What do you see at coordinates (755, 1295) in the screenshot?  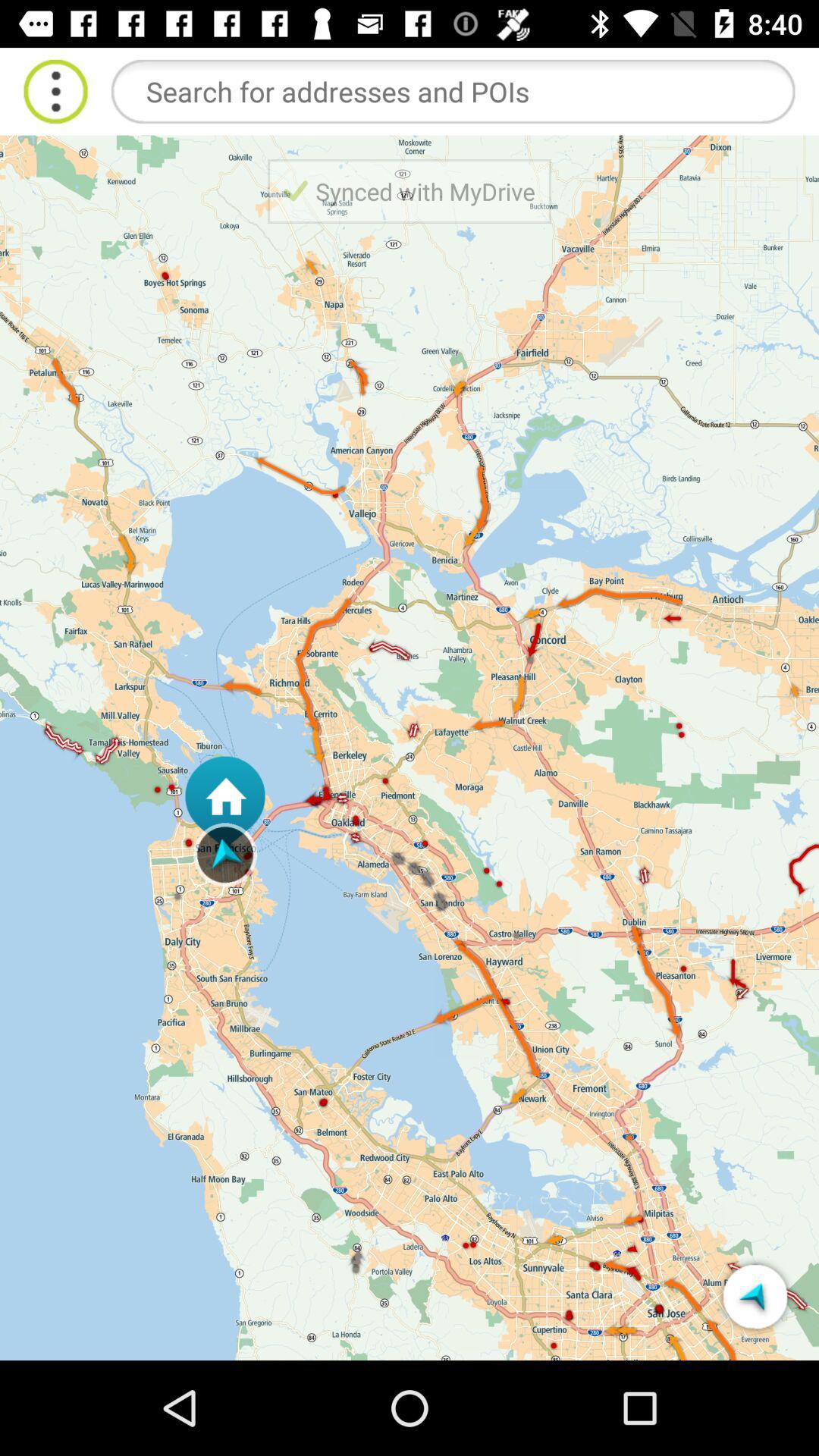 I see `the navigation icon` at bounding box center [755, 1295].